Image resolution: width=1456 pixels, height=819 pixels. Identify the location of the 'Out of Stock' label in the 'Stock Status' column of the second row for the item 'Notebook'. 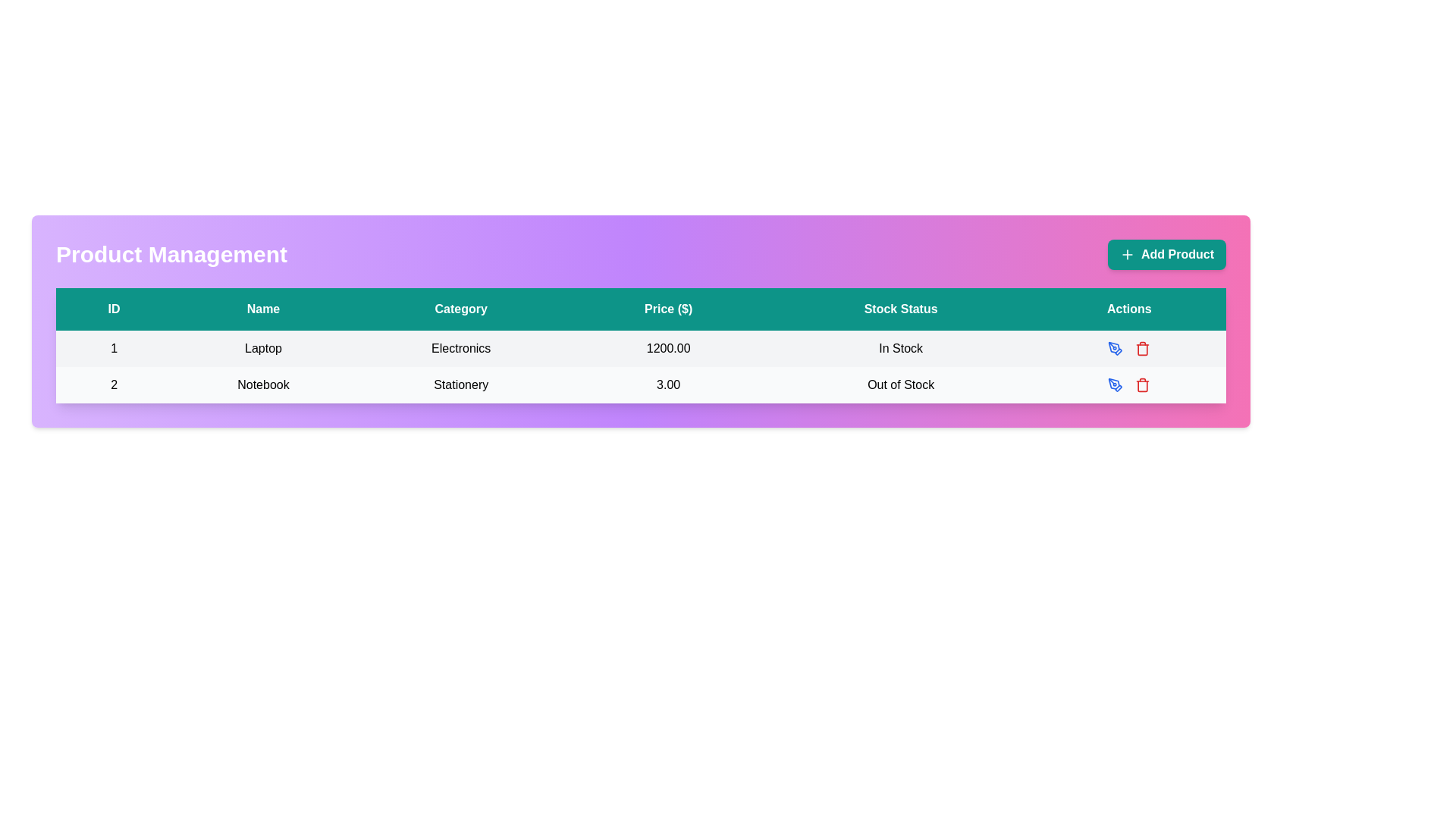
(901, 384).